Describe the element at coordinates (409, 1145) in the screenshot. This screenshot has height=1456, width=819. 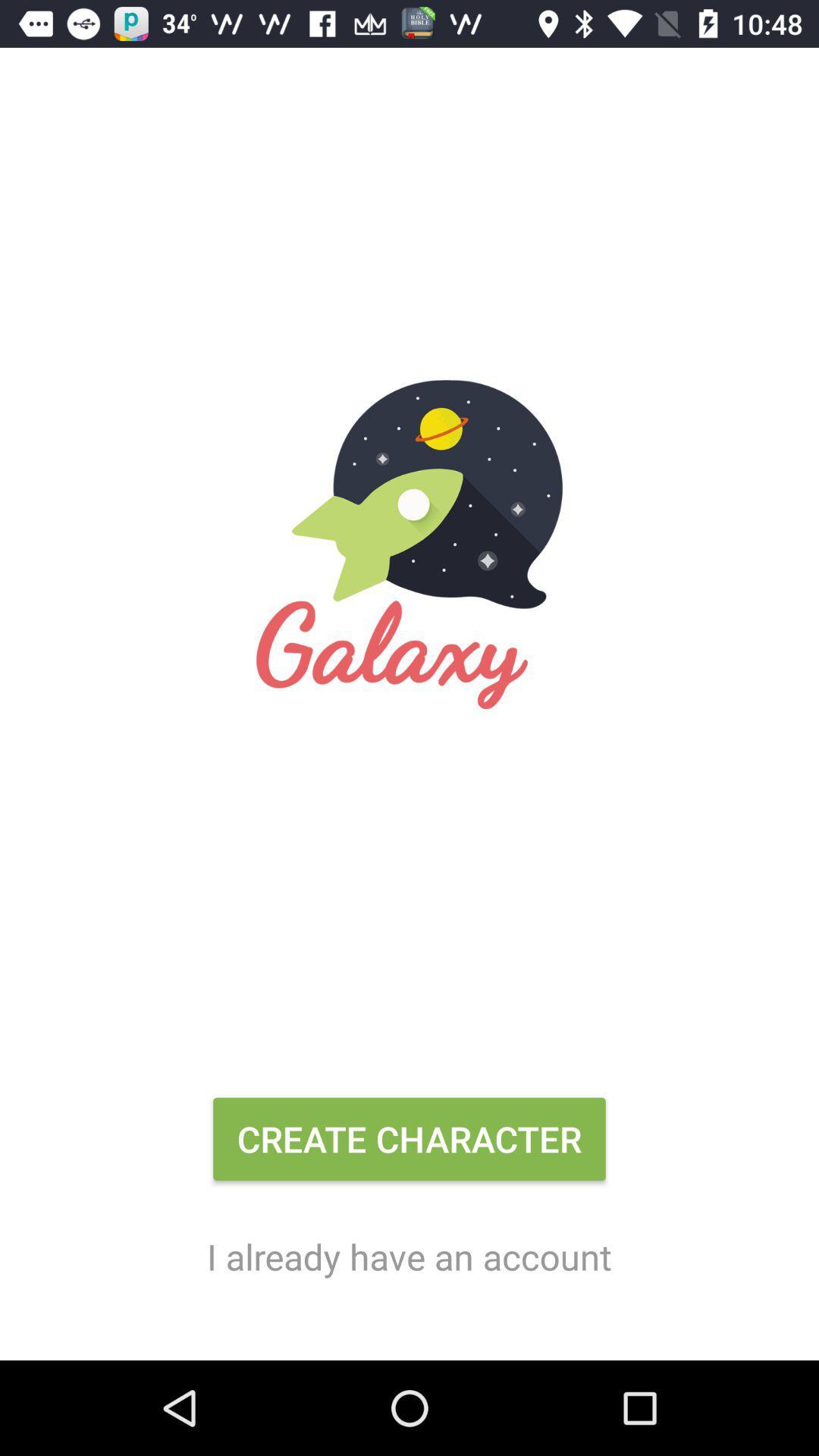
I see `create character` at that location.